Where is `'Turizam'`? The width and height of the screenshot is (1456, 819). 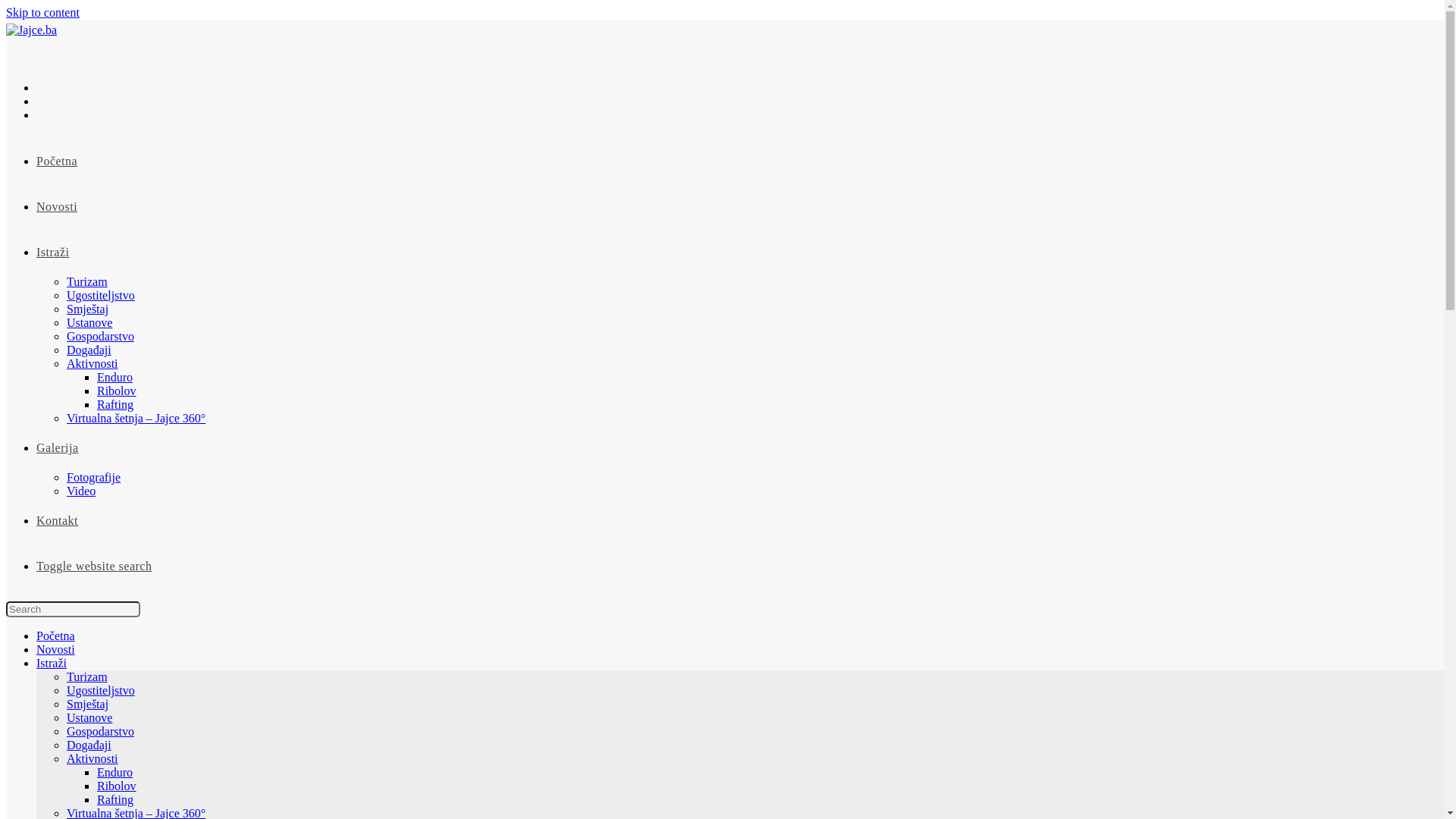 'Turizam' is located at coordinates (86, 676).